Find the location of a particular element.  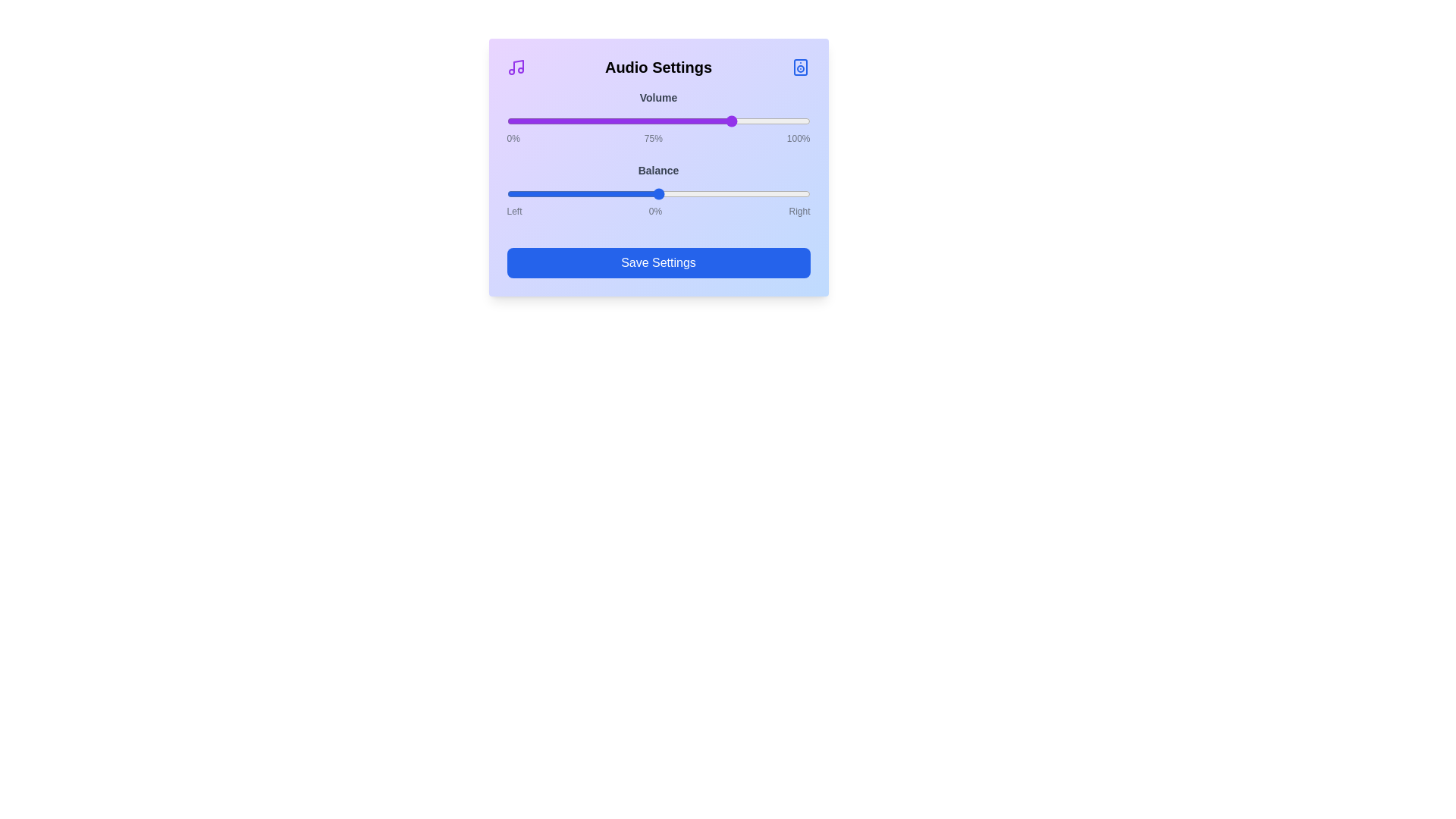

the balance slider to -25 is located at coordinates (620, 193).